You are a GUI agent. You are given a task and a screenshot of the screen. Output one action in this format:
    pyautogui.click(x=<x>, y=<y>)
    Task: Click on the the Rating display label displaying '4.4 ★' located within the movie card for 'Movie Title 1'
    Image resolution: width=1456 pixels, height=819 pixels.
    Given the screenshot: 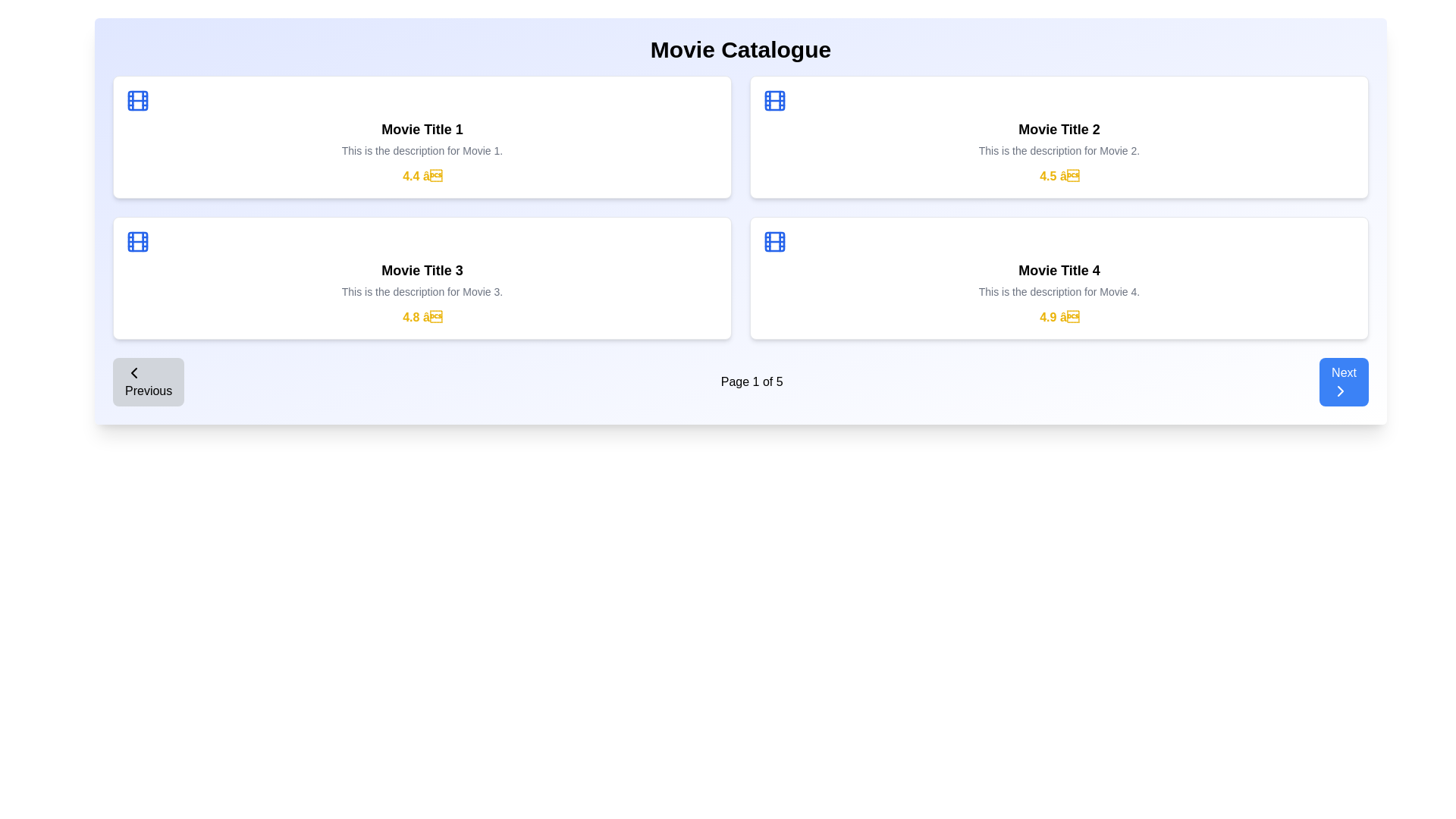 What is the action you would take?
    pyautogui.click(x=422, y=175)
    